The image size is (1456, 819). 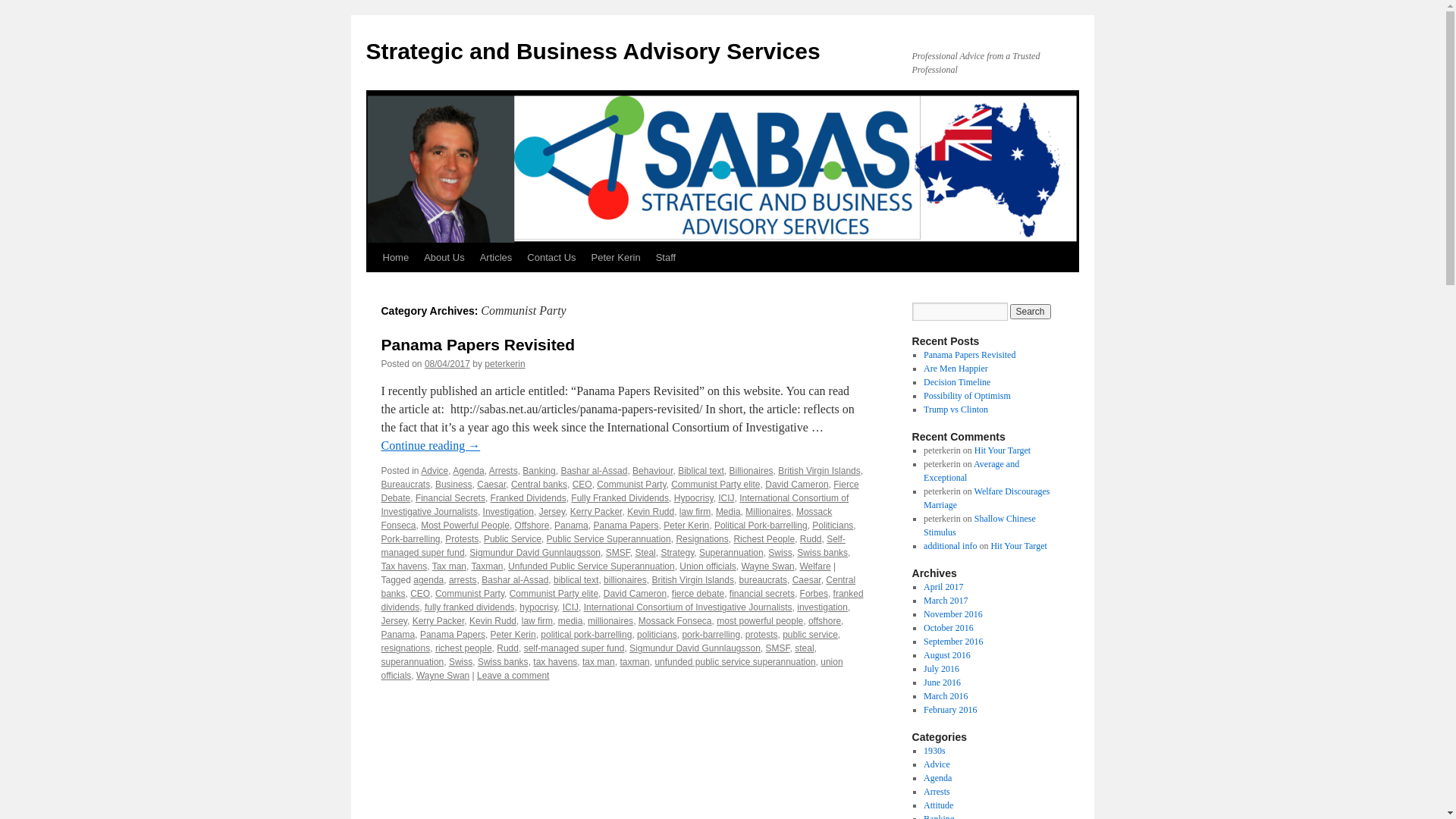 I want to click on 'June 2016', so click(x=923, y=681).